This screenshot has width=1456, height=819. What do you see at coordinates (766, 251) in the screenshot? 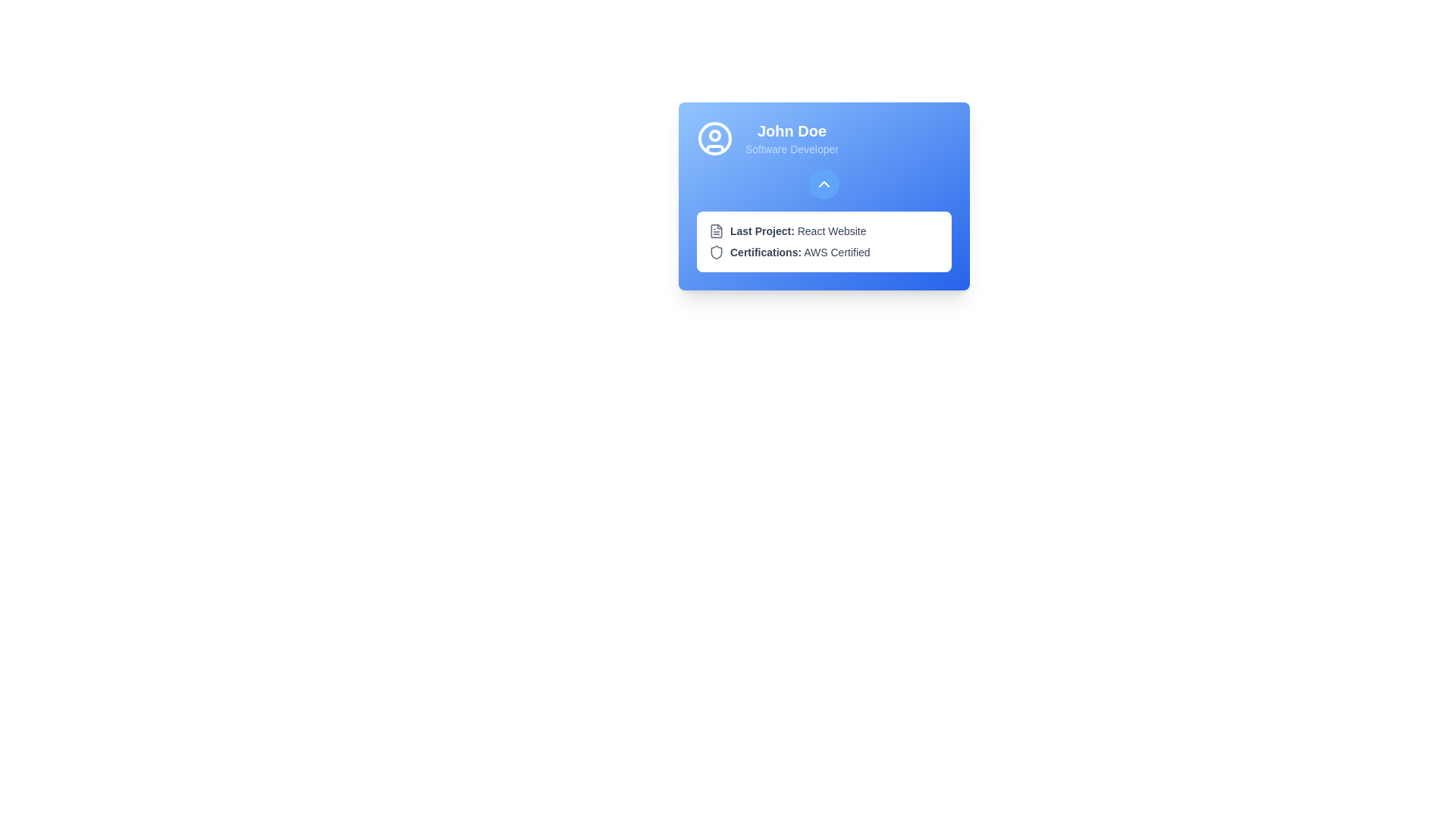
I see `the text label reading 'Certifications:' that is styled in gray and positioned alongside 'AWS Certified'` at bounding box center [766, 251].